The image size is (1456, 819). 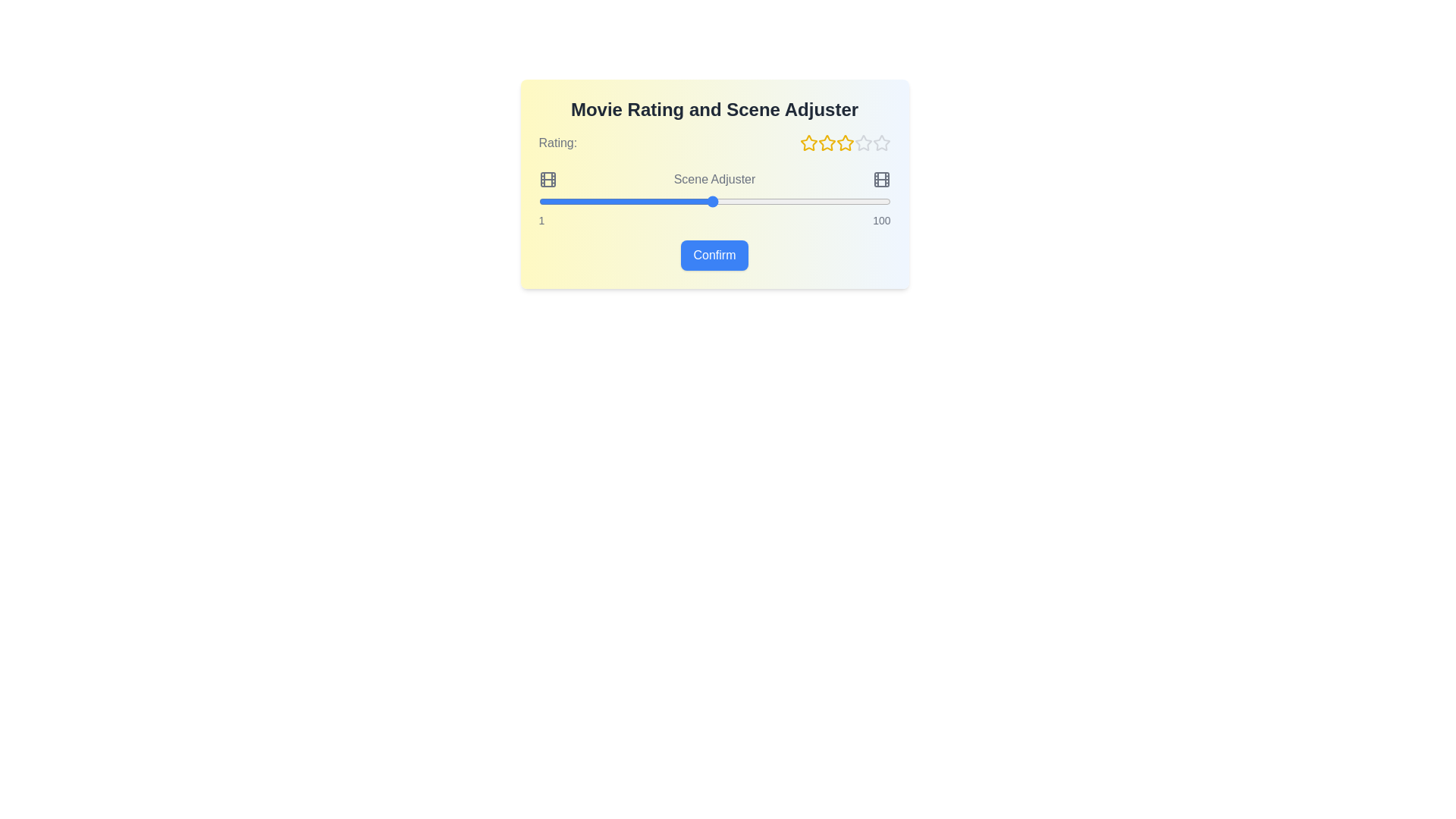 I want to click on the star corresponding to the desired rating of 2 stars, so click(x=826, y=143).